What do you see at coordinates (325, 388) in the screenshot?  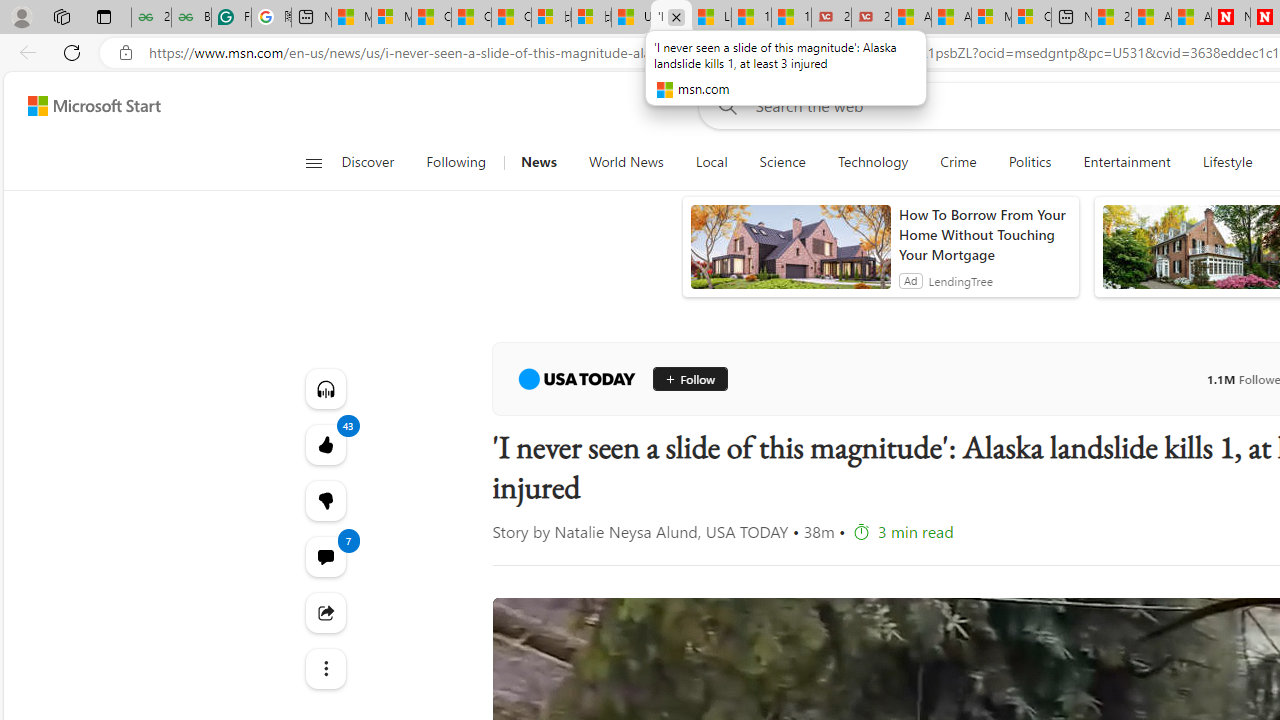 I see `'Listen to this article'` at bounding box center [325, 388].